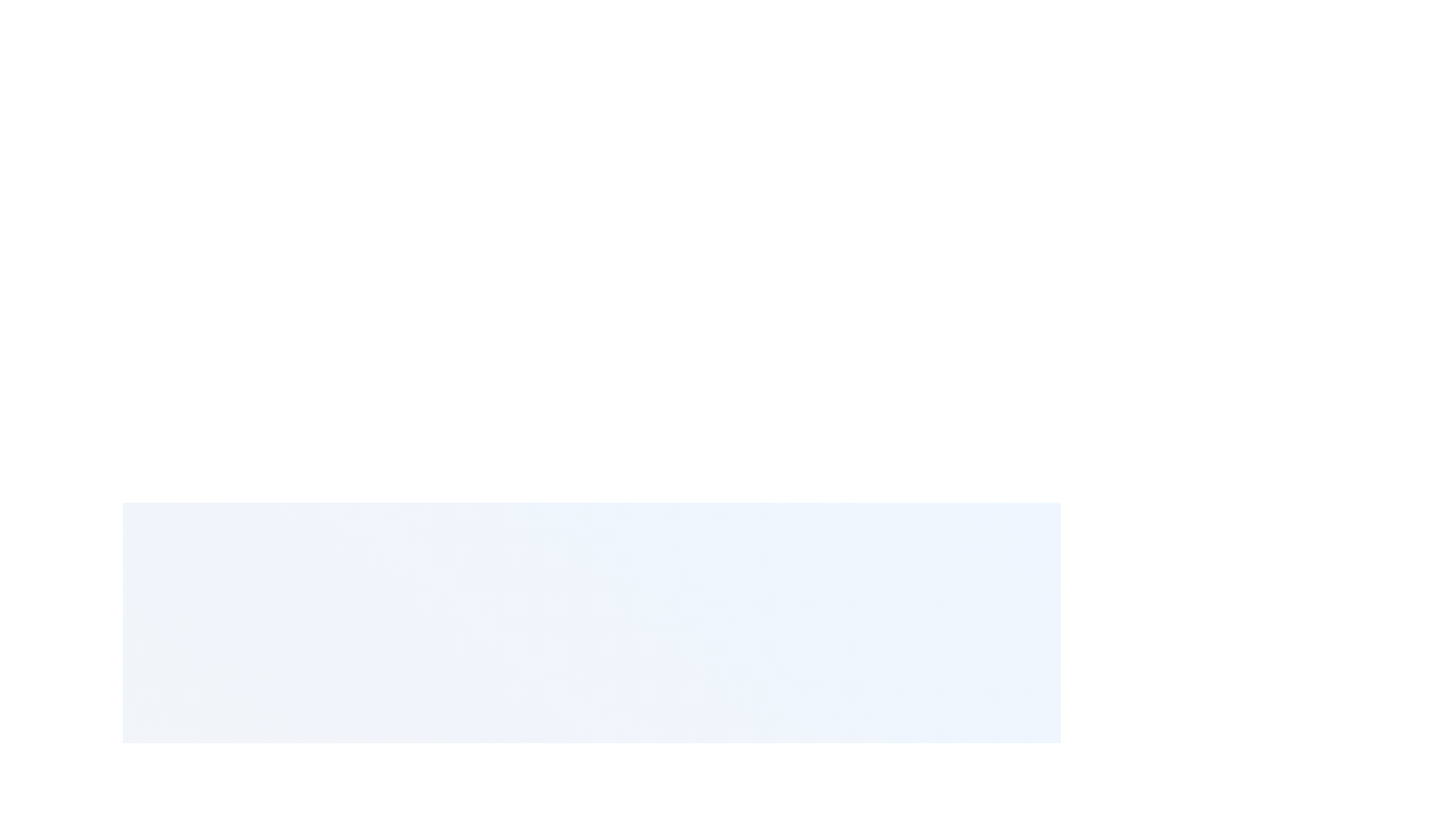 The height and width of the screenshot is (819, 1456). What do you see at coordinates (668, 780) in the screenshot?
I see `chevron button to toggle the menu open/close state` at bounding box center [668, 780].